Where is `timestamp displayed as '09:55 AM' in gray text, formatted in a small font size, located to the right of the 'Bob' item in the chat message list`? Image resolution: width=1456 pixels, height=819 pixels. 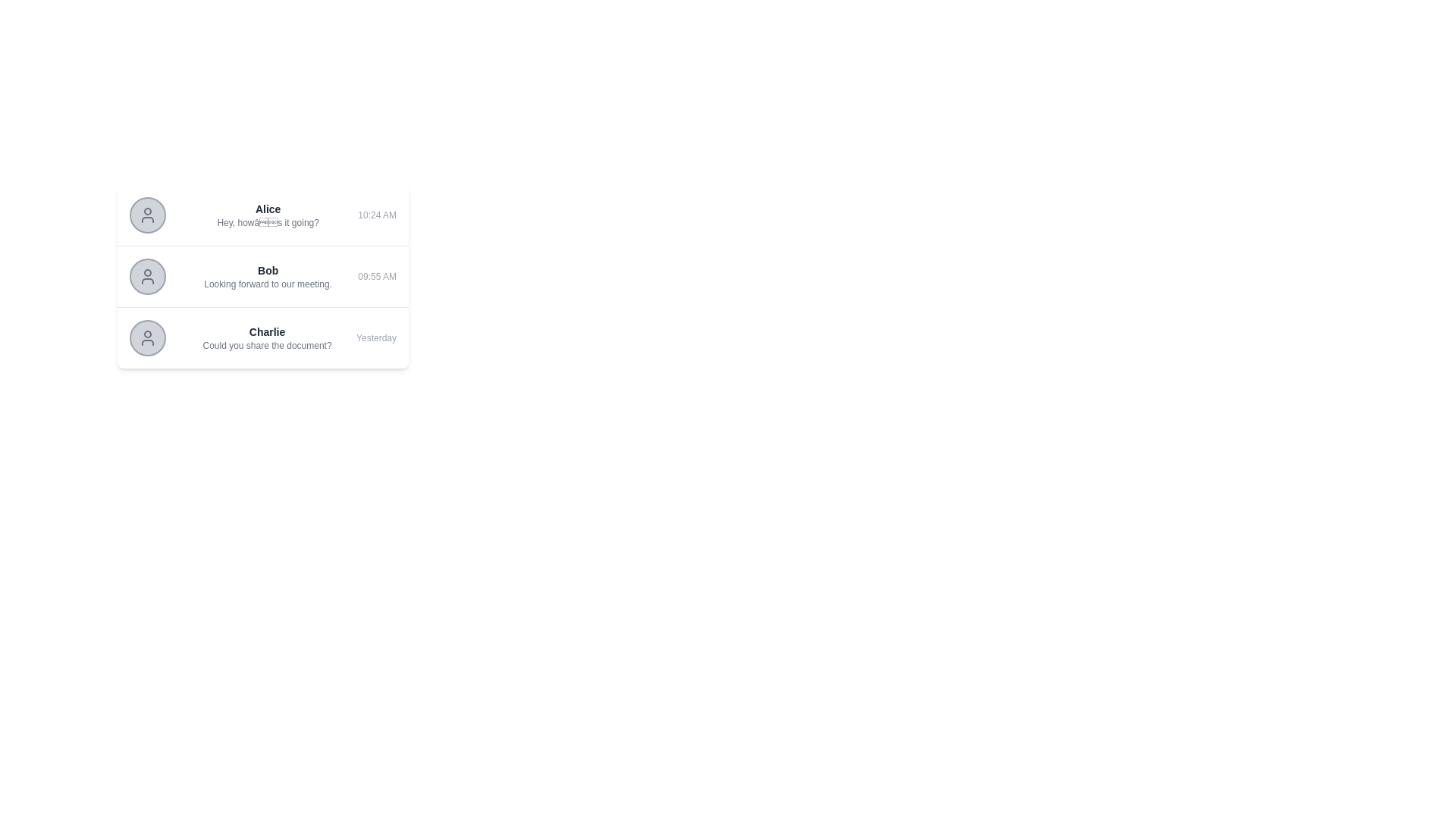 timestamp displayed as '09:55 AM' in gray text, formatted in a small font size, located to the right of the 'Bob' item in the chat message list is located at coordinates (377, 277).